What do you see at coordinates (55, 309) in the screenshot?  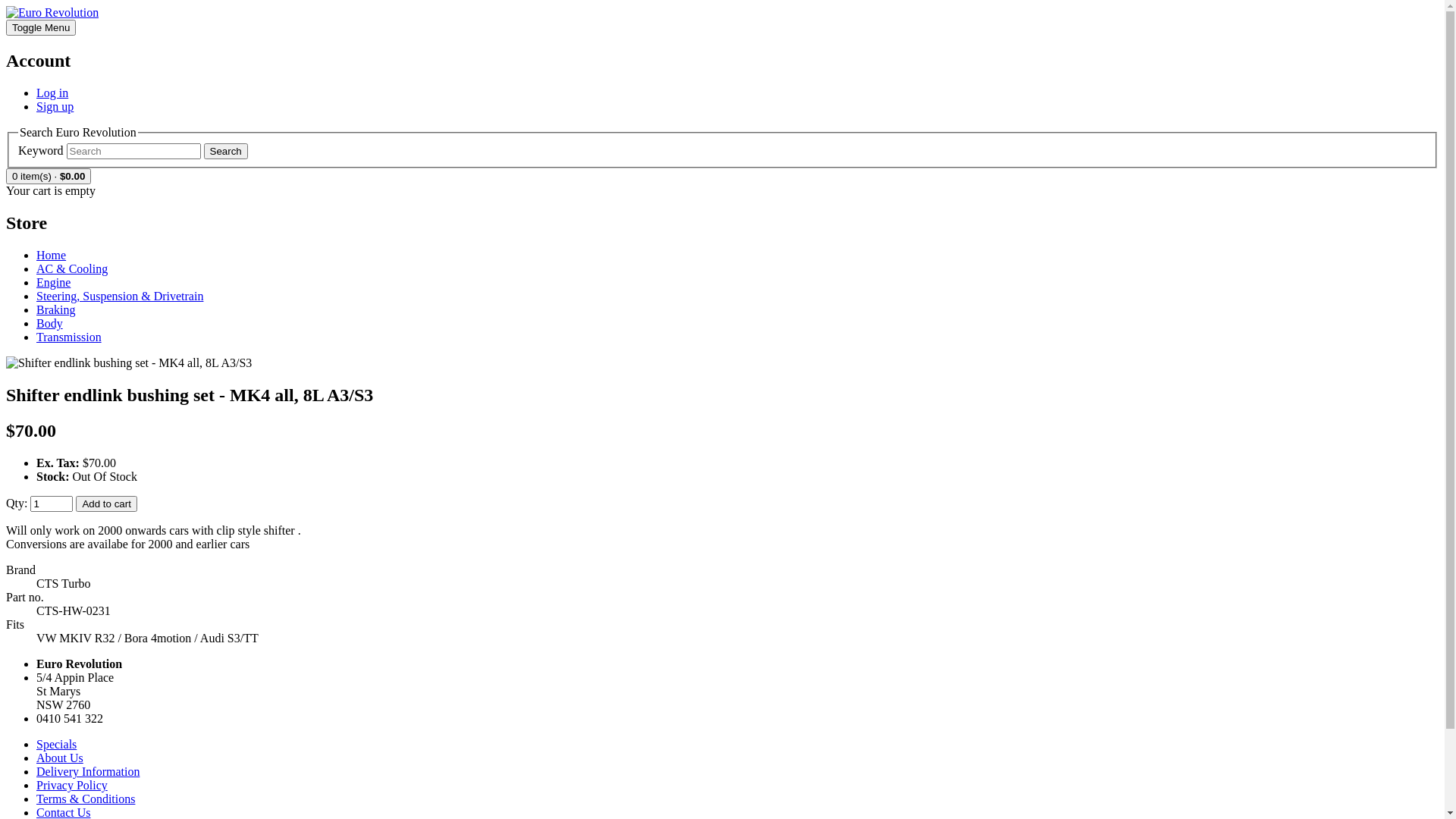 I see `'Braking'` at bounding box center [55, 309].